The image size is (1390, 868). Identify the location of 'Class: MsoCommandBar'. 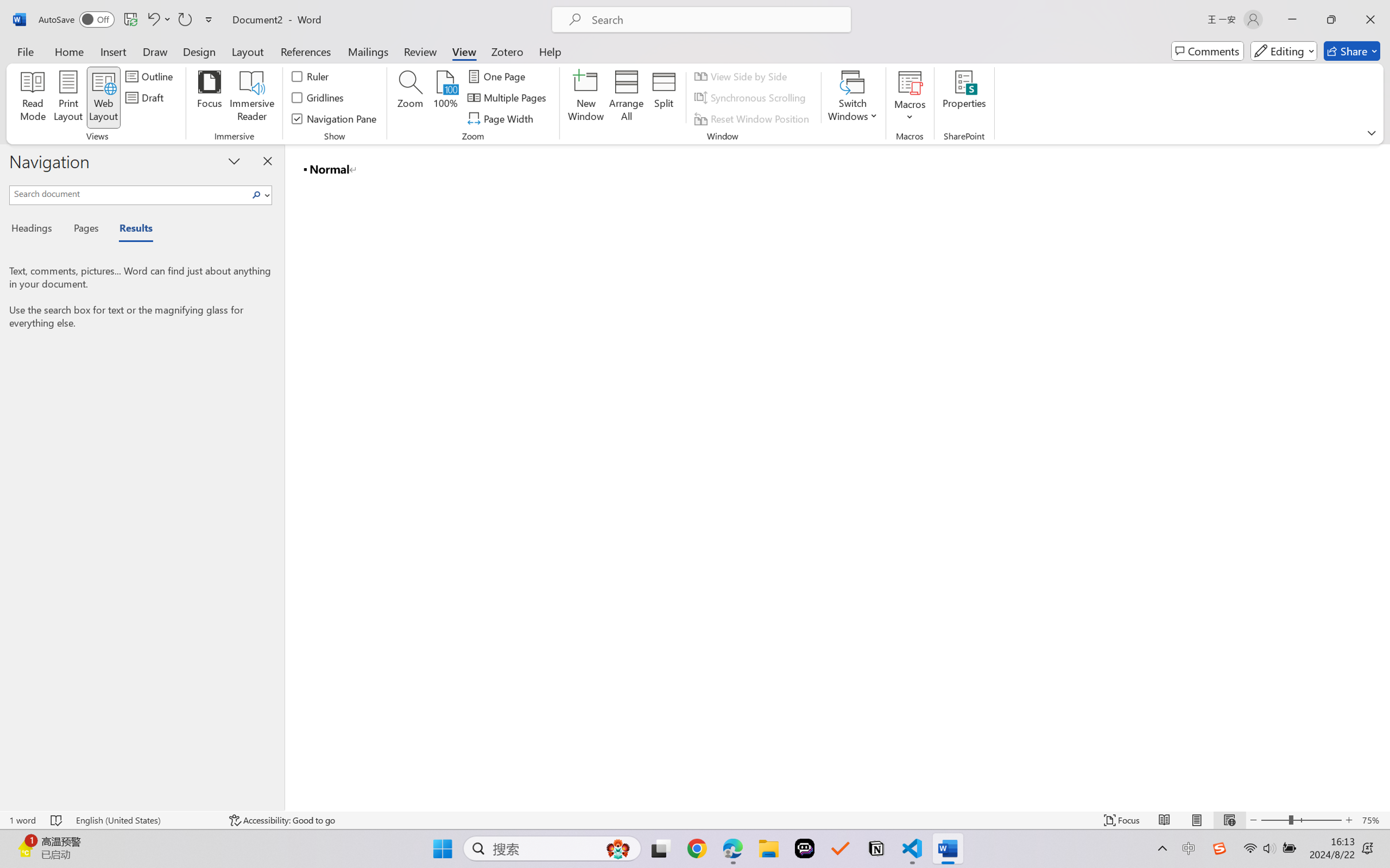
(695, 820).